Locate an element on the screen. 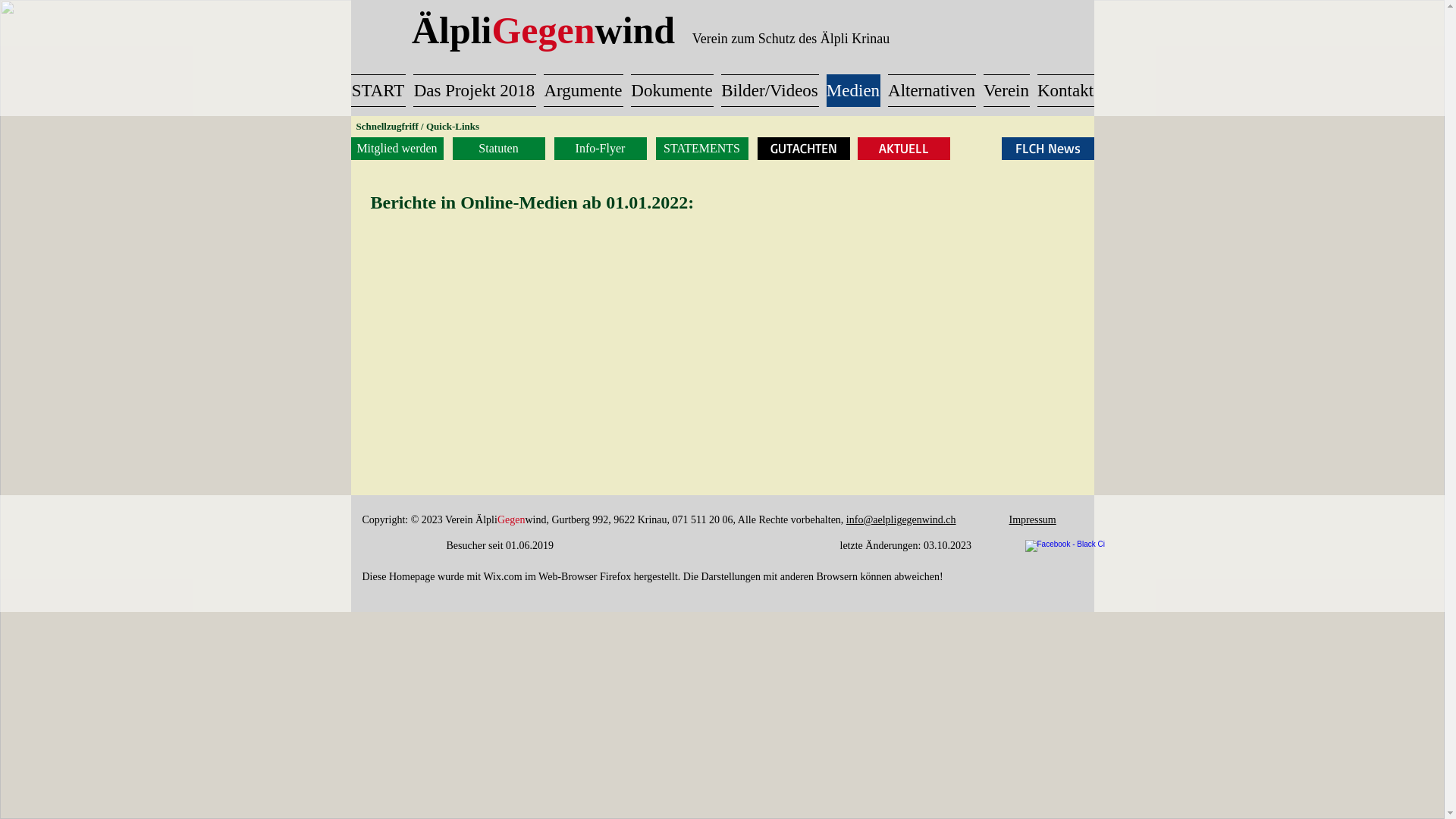 The width and height of the screenshot is (1456, 819). 'Argumente' is located at coordinates (582, 90).